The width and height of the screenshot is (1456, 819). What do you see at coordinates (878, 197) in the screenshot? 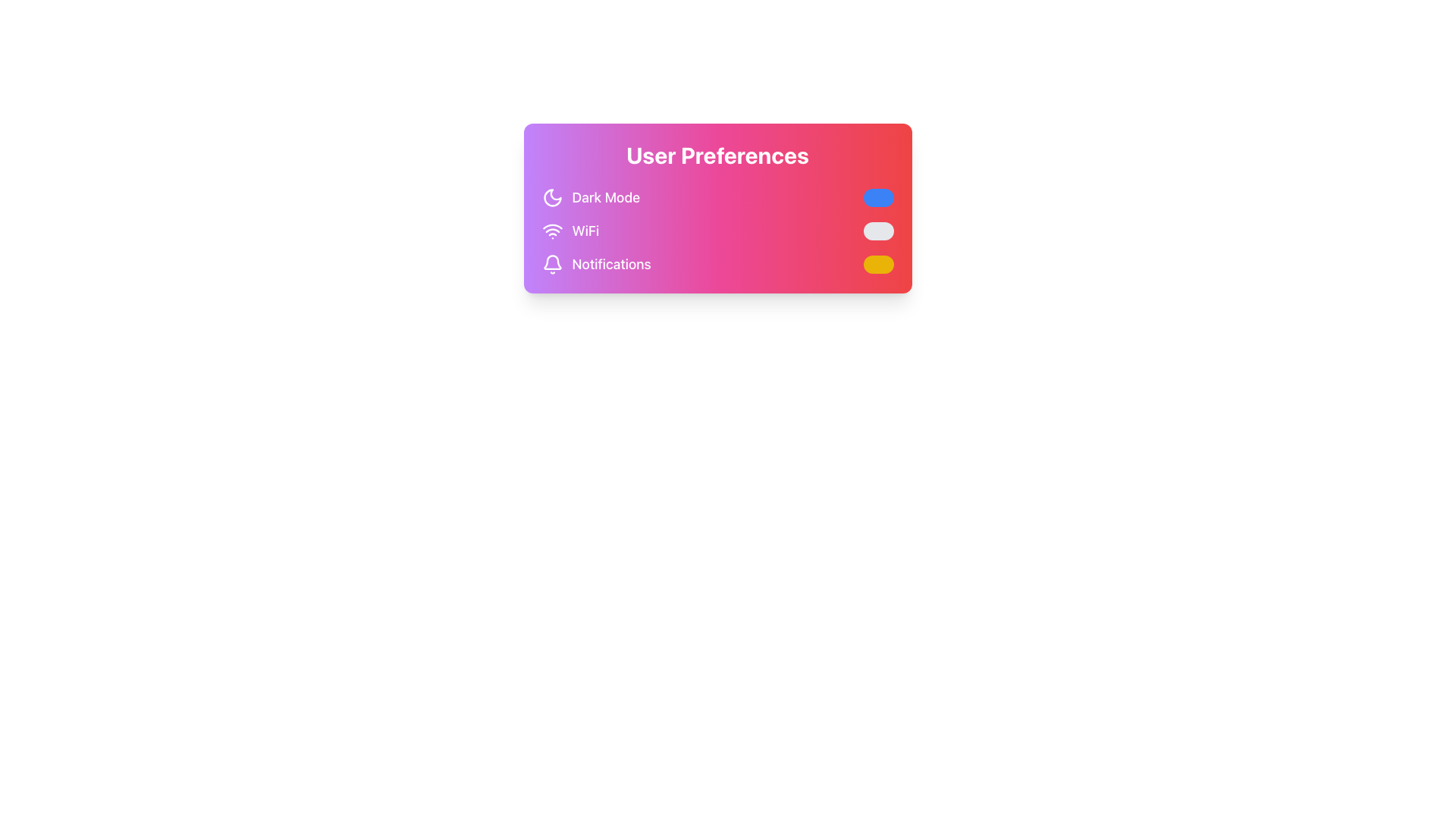
I see `the toggle switch in the top-right corner of the 'User Preferences' section to change its state for Dark Mode` at bounding box center [878, 197].